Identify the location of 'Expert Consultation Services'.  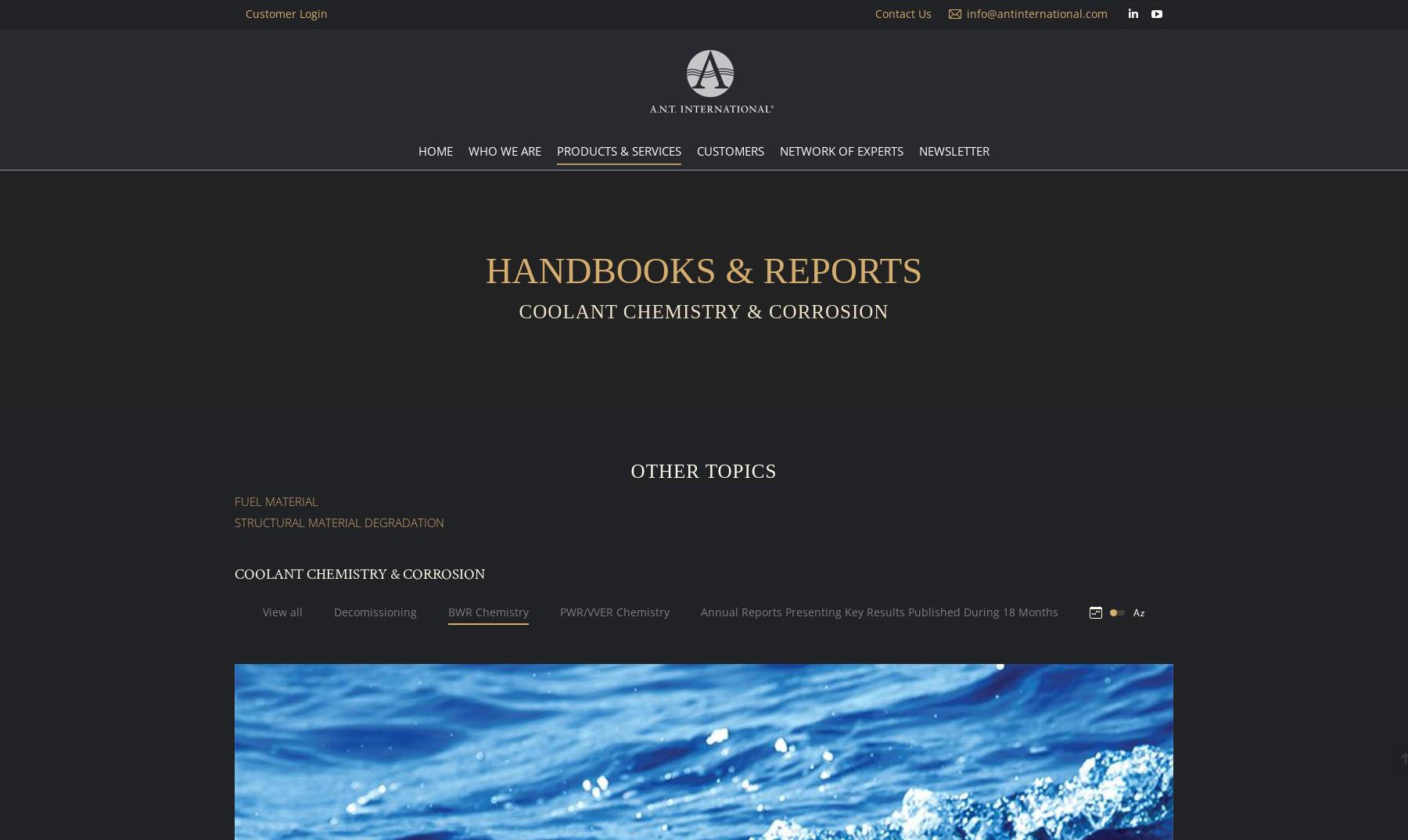
(645, 340).